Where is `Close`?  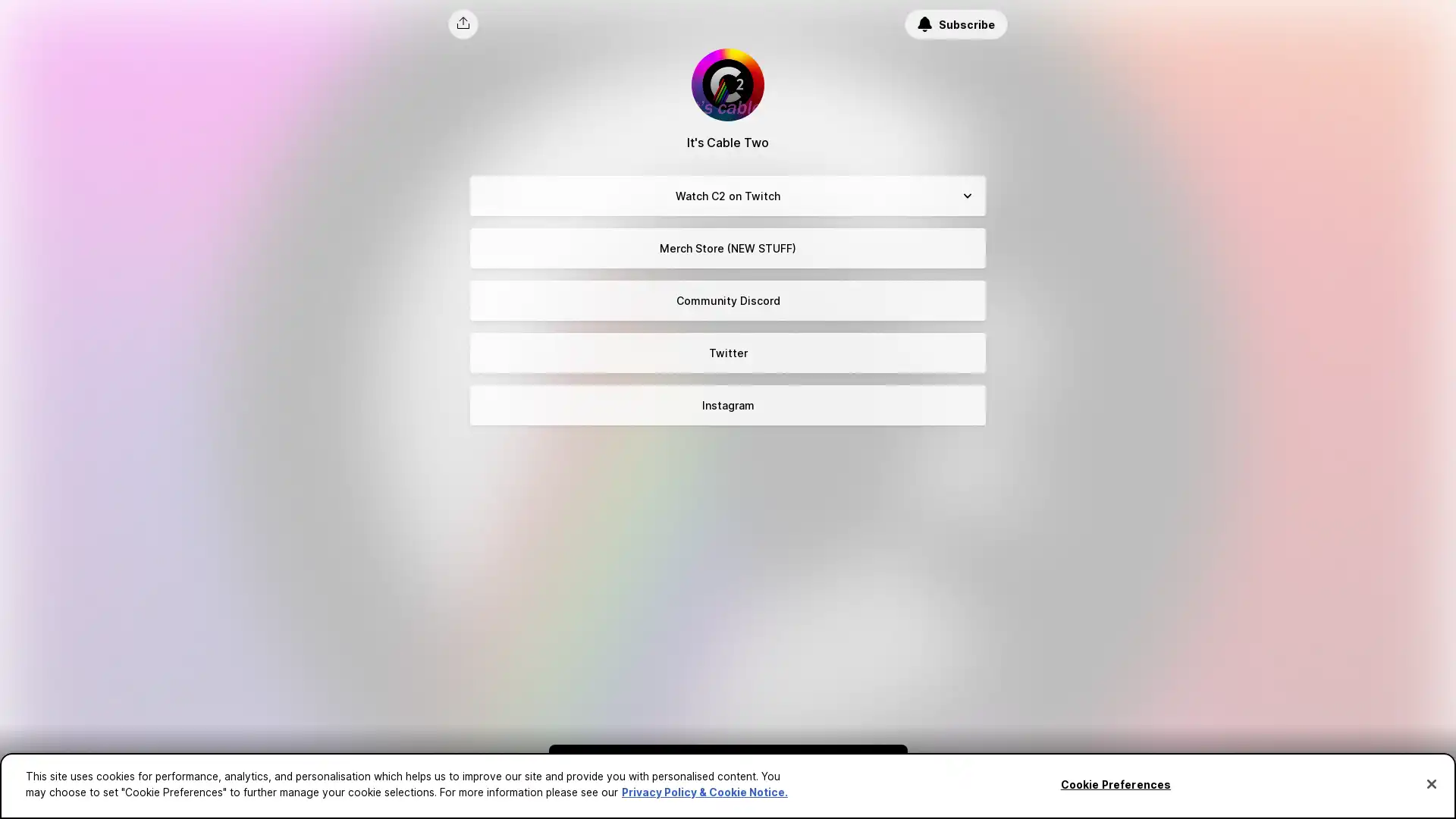 Close is located at coordinates (1430, 783).